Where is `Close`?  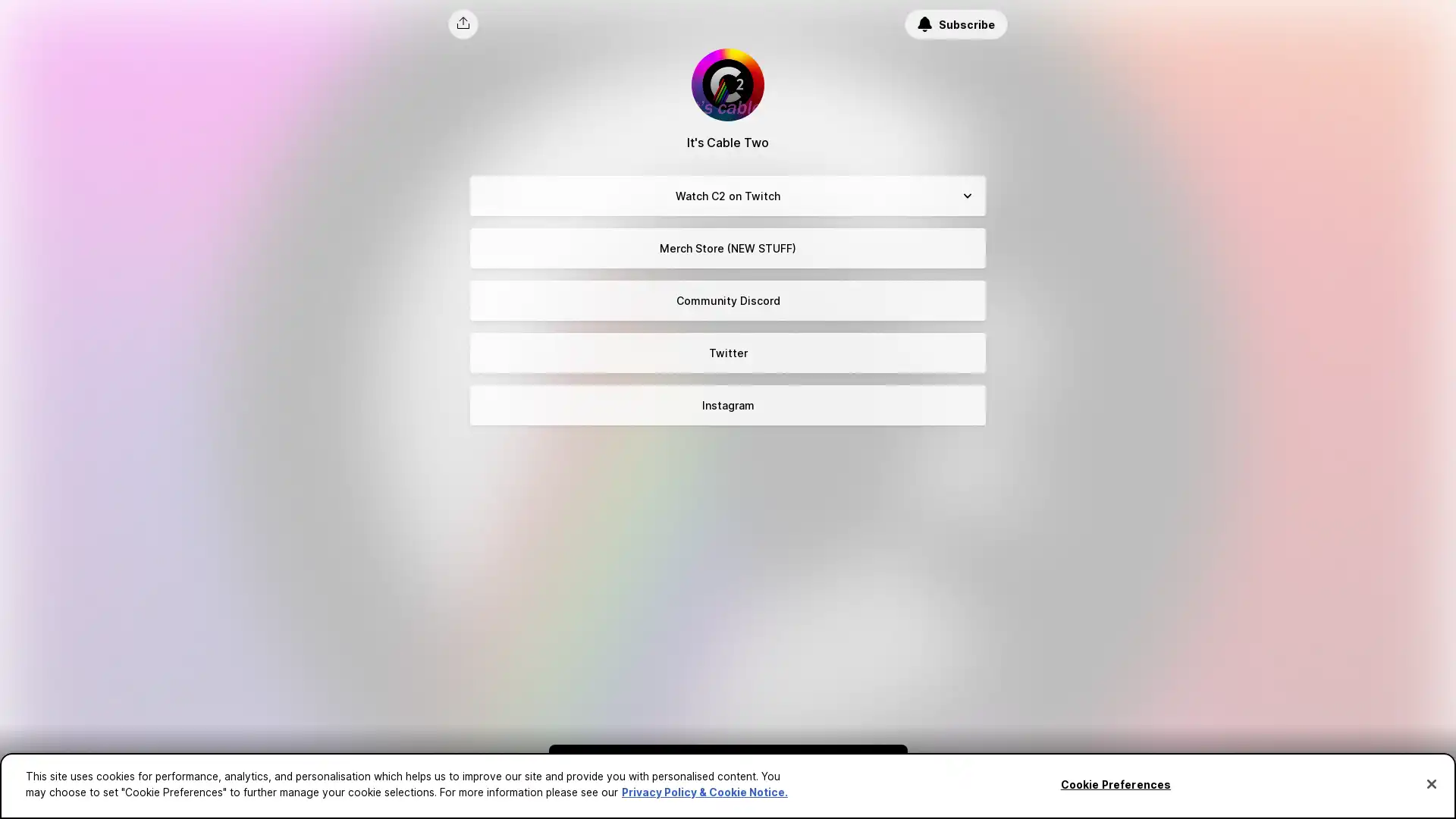 Close is located at coordinates (1430, 783).